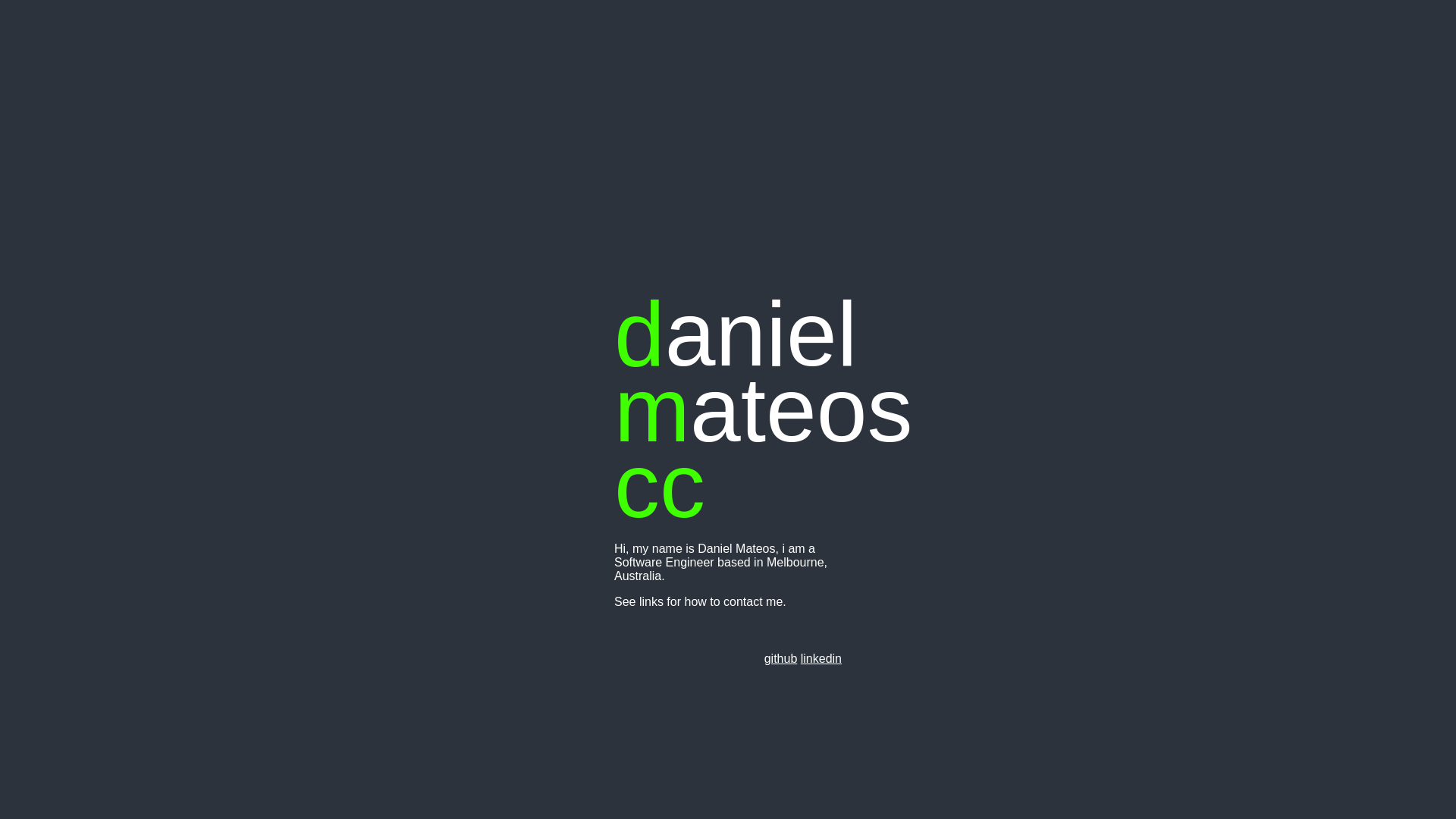 This screenshot has height=819, width=1456. What do you see at coordinates (821, 657) in the screenshot?
I see `'linkedin'` at bounding box center [821, 657].